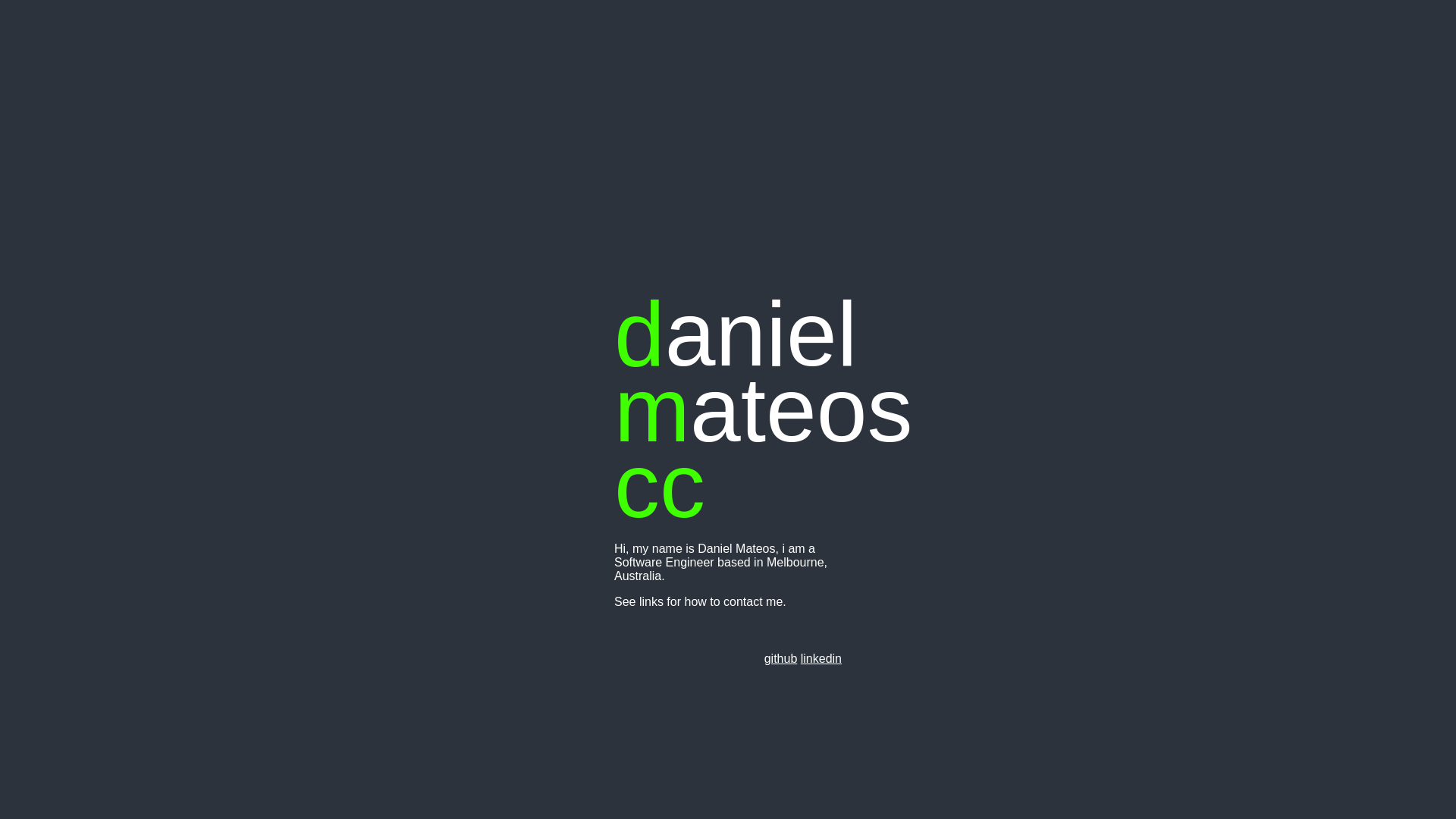 This screenshot has height=819, width=1456. What do you see at coordinates (821, 657) in the screenshot?
I see `'linkedin'` at bounding box center [821, 657].